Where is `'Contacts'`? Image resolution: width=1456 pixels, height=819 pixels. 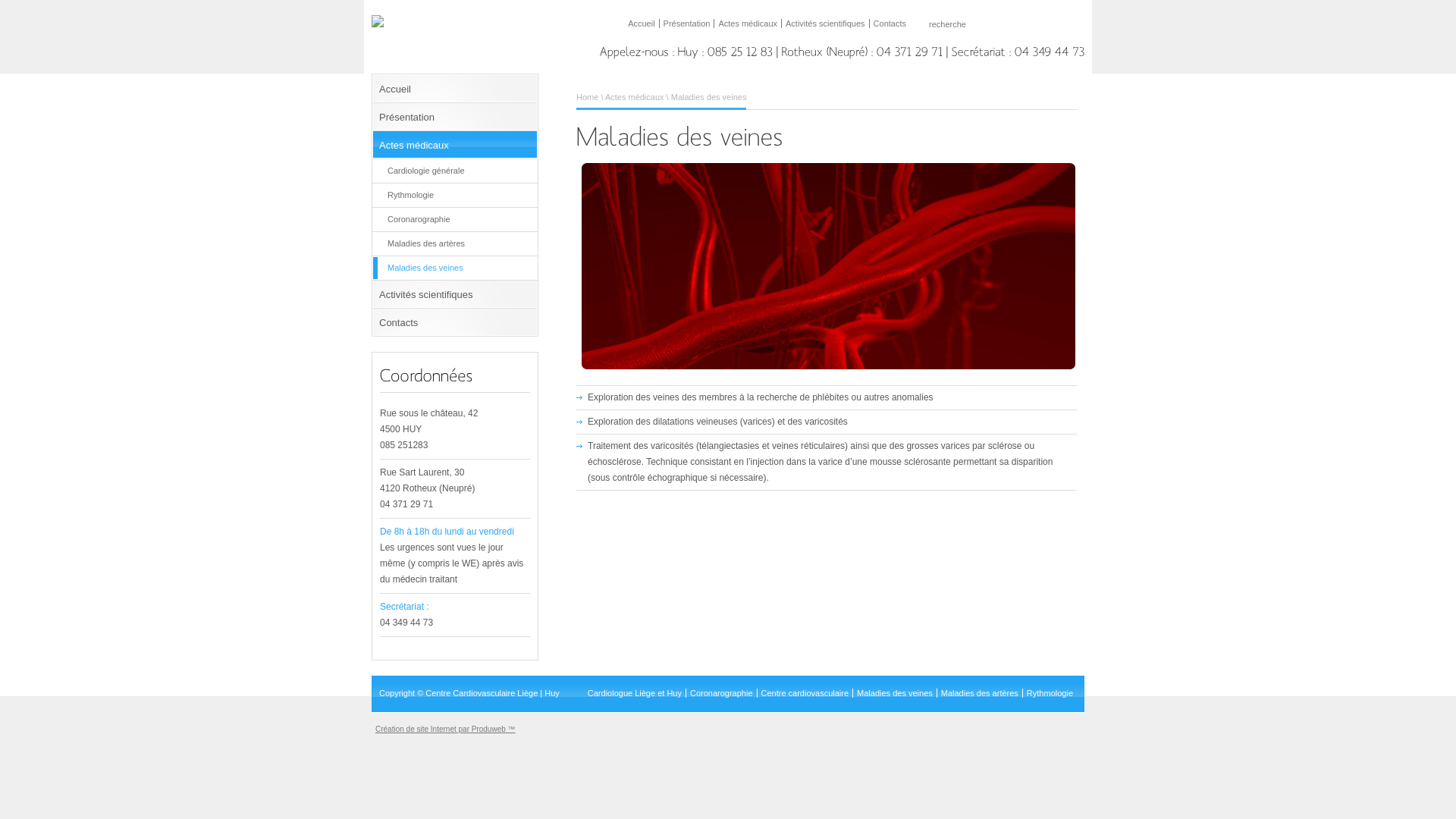 'Contacts' is located at coordinates (890, 23).